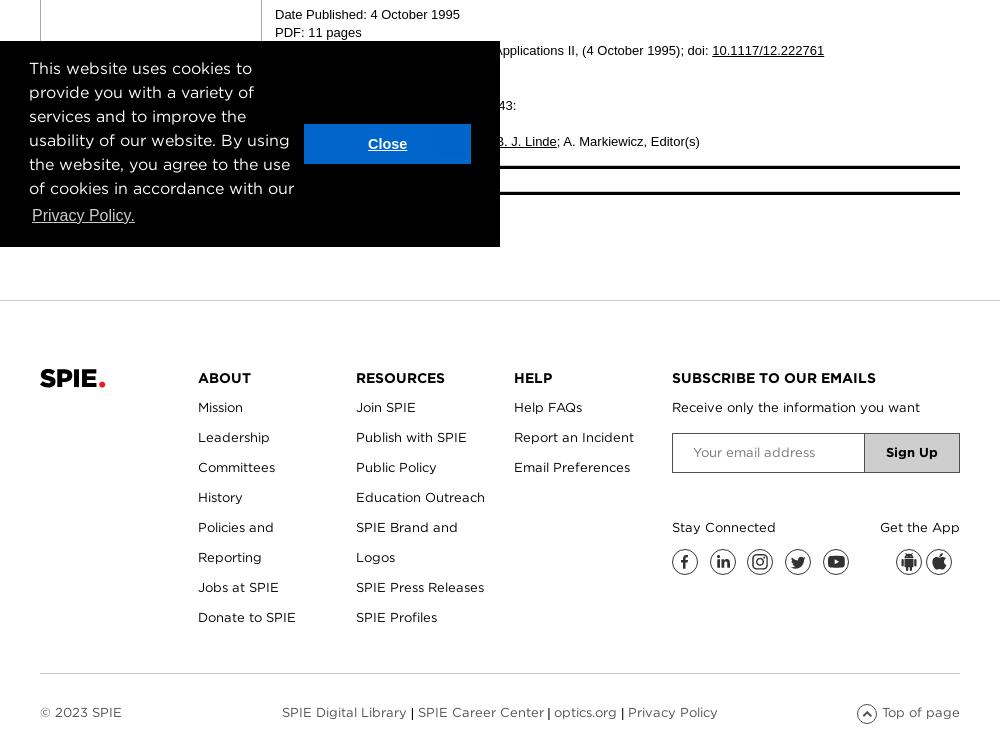 This screenshot has width=1000, height=753. What do you see at coordinates (298, 178) in the screenshot?
I see `'© SPIE.'` at bounding box center [298, 178].